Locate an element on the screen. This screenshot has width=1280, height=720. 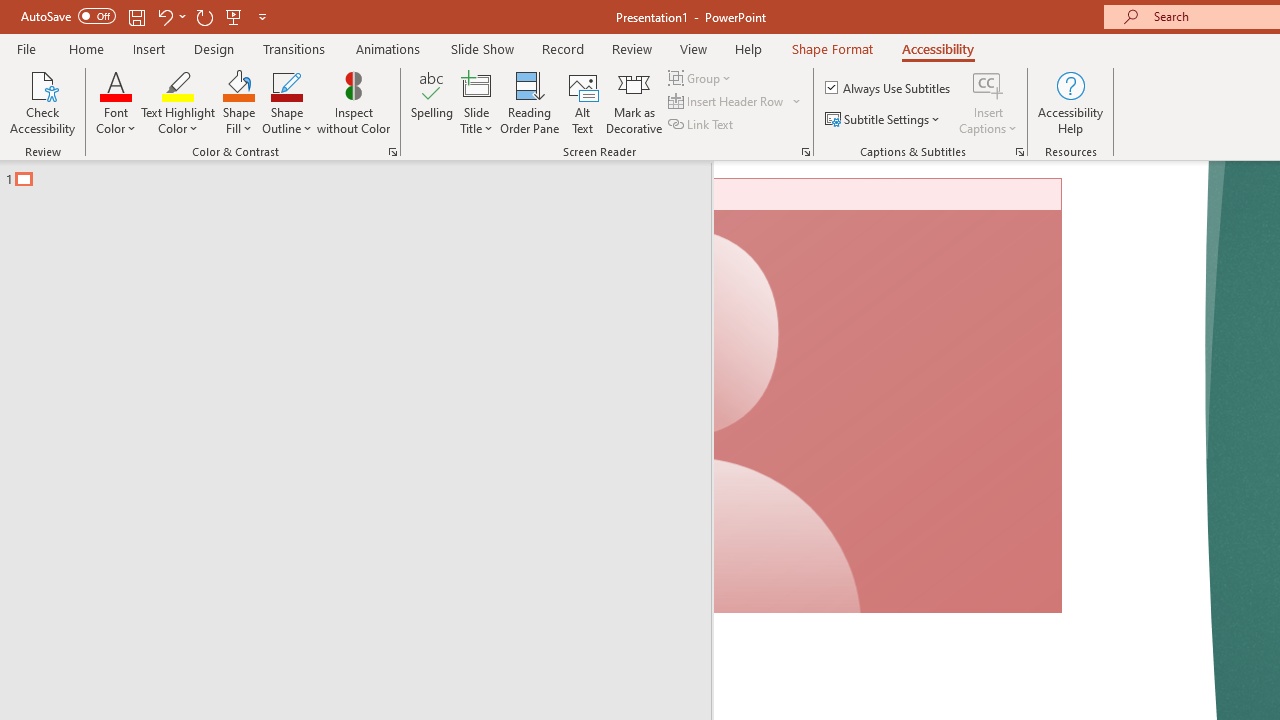
'Spelling...' is located at coordinates (431, 103).